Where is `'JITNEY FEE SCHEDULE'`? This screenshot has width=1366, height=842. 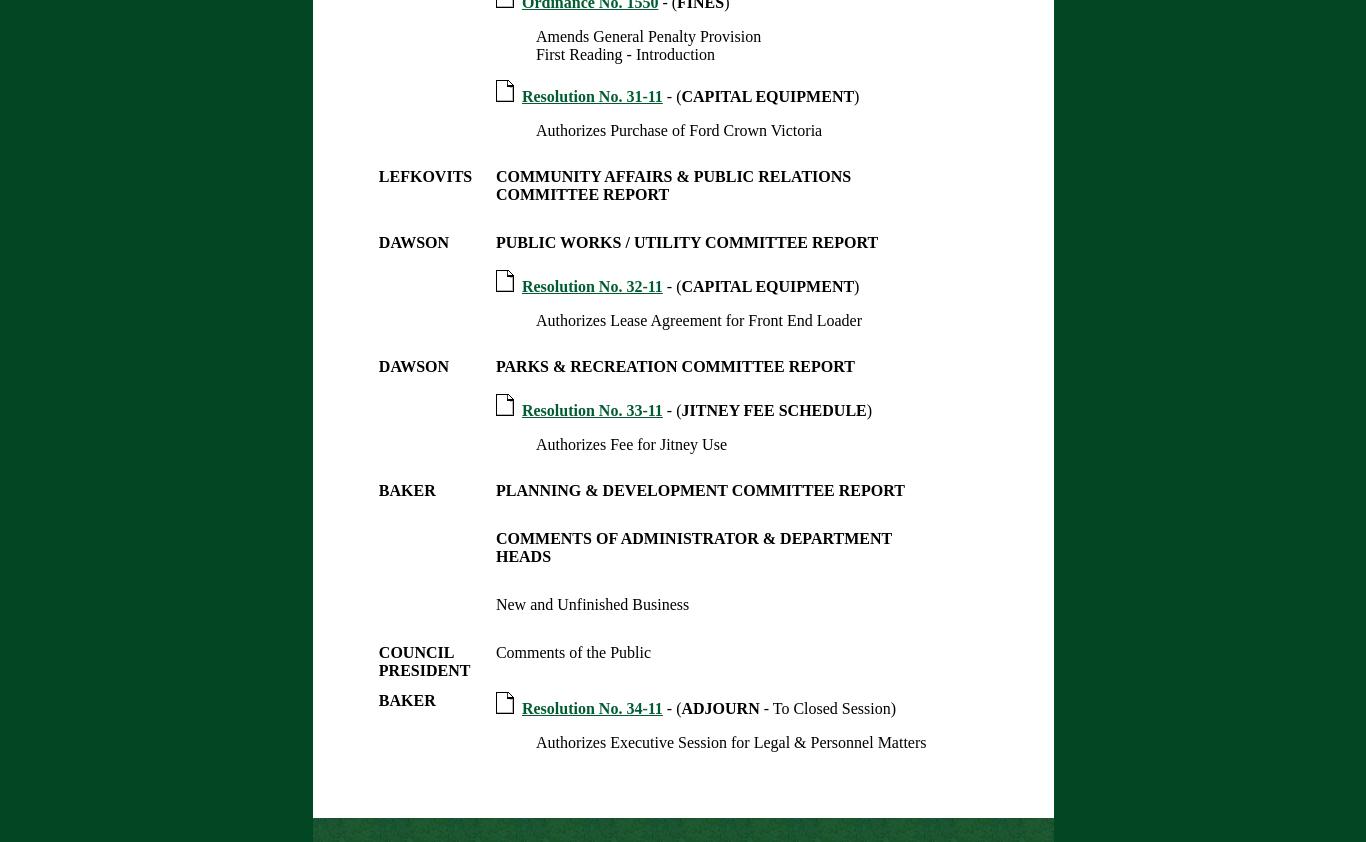 'JITNEY FEE SCHEDULE' is located at coordinates (679, 410).